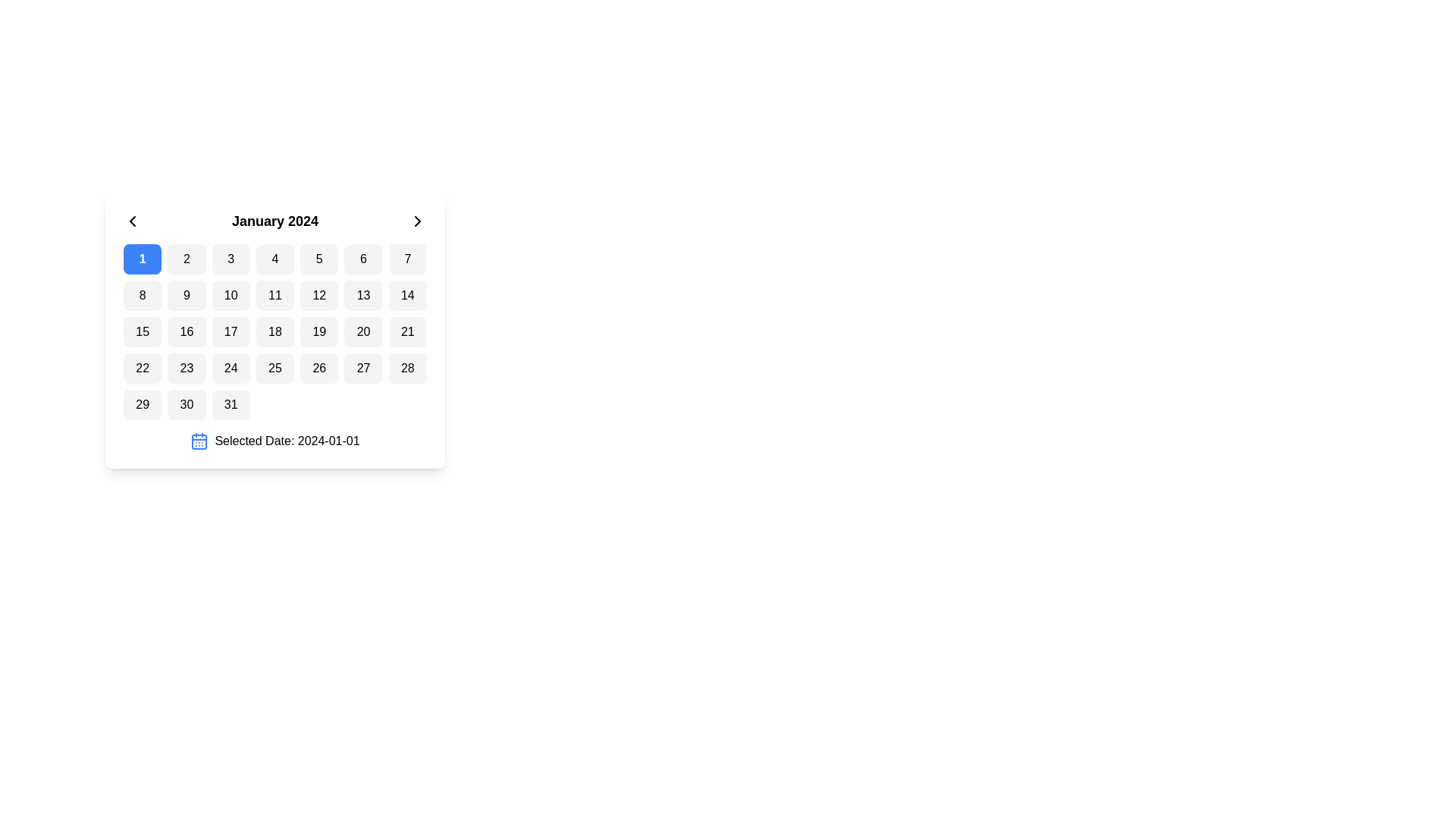 The image size is (1456, 819). What do you see at coordinates (275, 331) in the screenshot?
I see `the calendar day button representing '18'` at bounding box center [275, 331].